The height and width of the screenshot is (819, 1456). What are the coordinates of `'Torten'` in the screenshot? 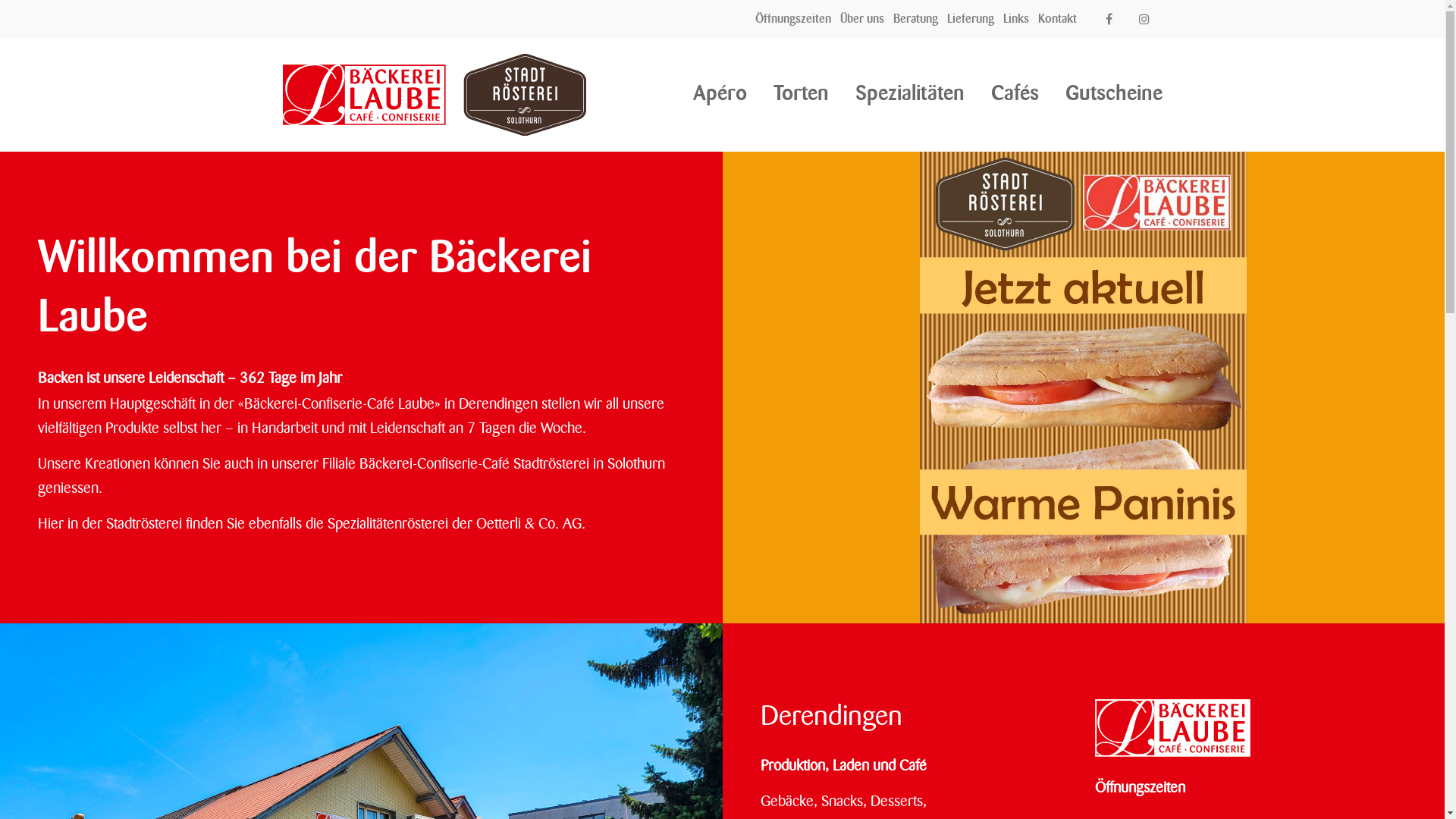 It's located at (773, 93).